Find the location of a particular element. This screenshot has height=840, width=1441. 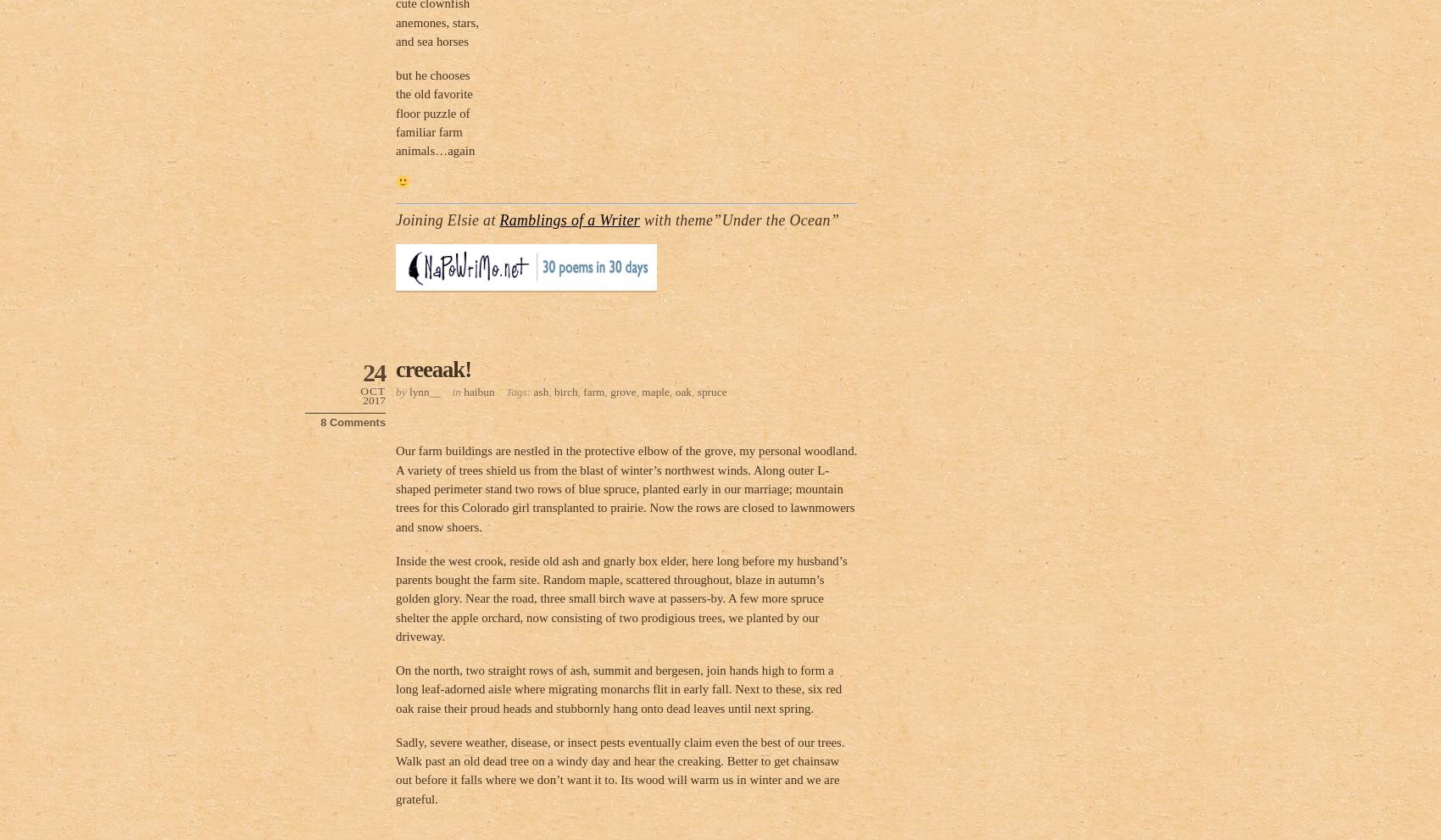

'Oct' is located at coordinates (372, 390).